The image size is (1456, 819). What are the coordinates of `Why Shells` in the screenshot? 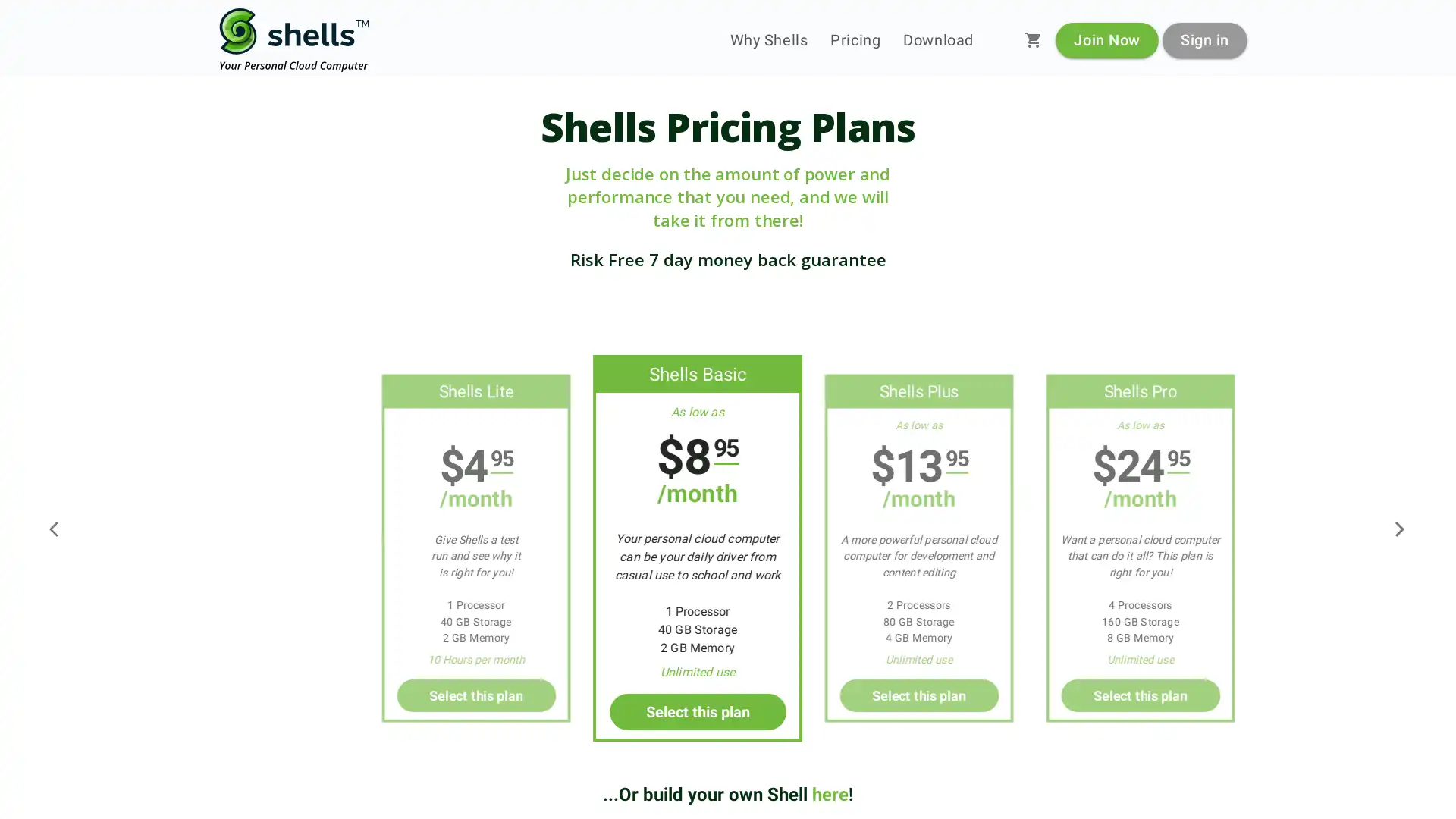 It's located at (768, 39).